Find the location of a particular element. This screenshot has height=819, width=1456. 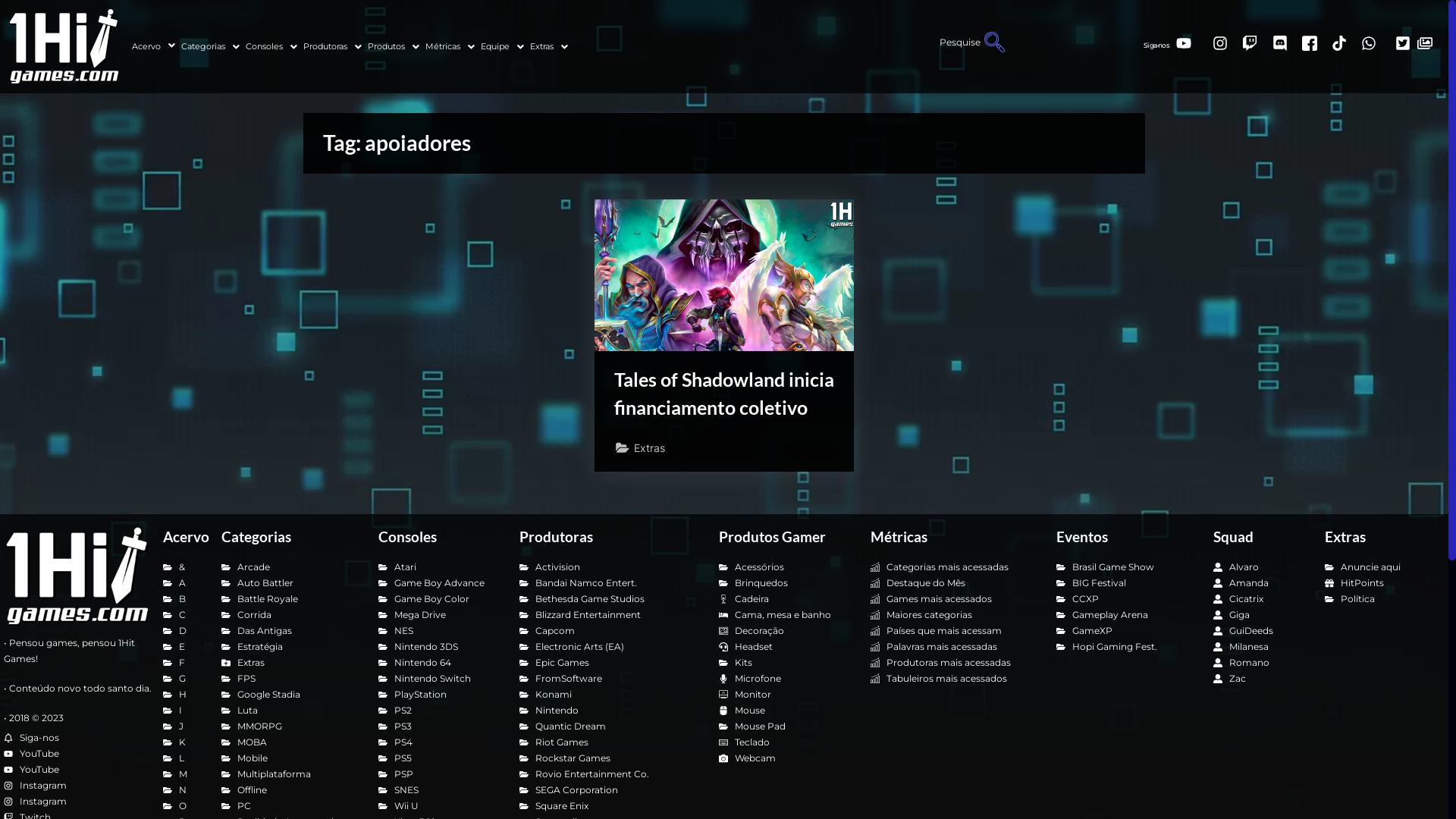

'&' is located at coordinates (184, 566).